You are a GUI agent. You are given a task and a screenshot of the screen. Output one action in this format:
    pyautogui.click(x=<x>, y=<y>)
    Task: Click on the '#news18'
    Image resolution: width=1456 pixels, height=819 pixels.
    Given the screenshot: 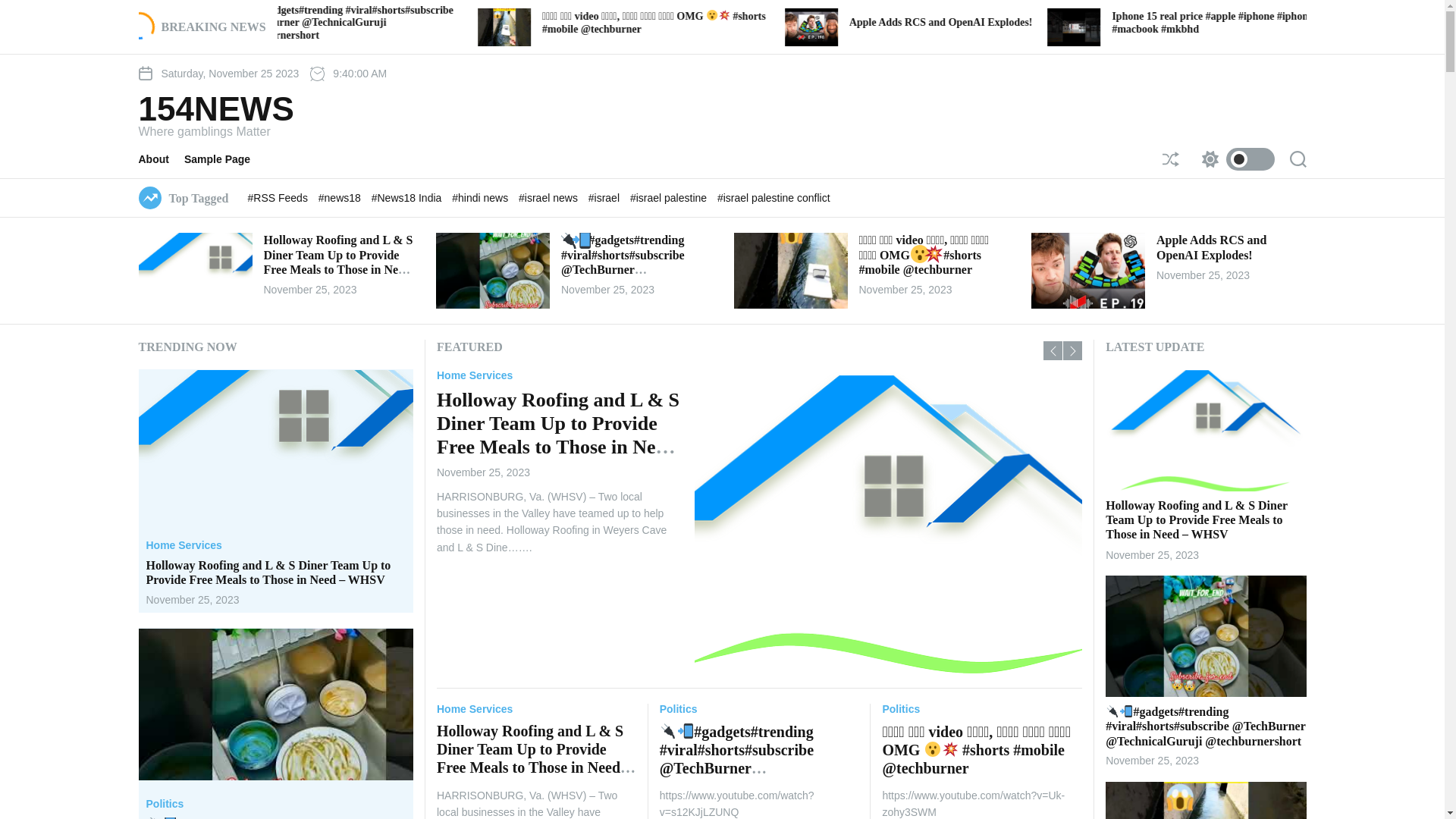 What is the action you would take?
    pyautogui.click(x=340, y=197)
    